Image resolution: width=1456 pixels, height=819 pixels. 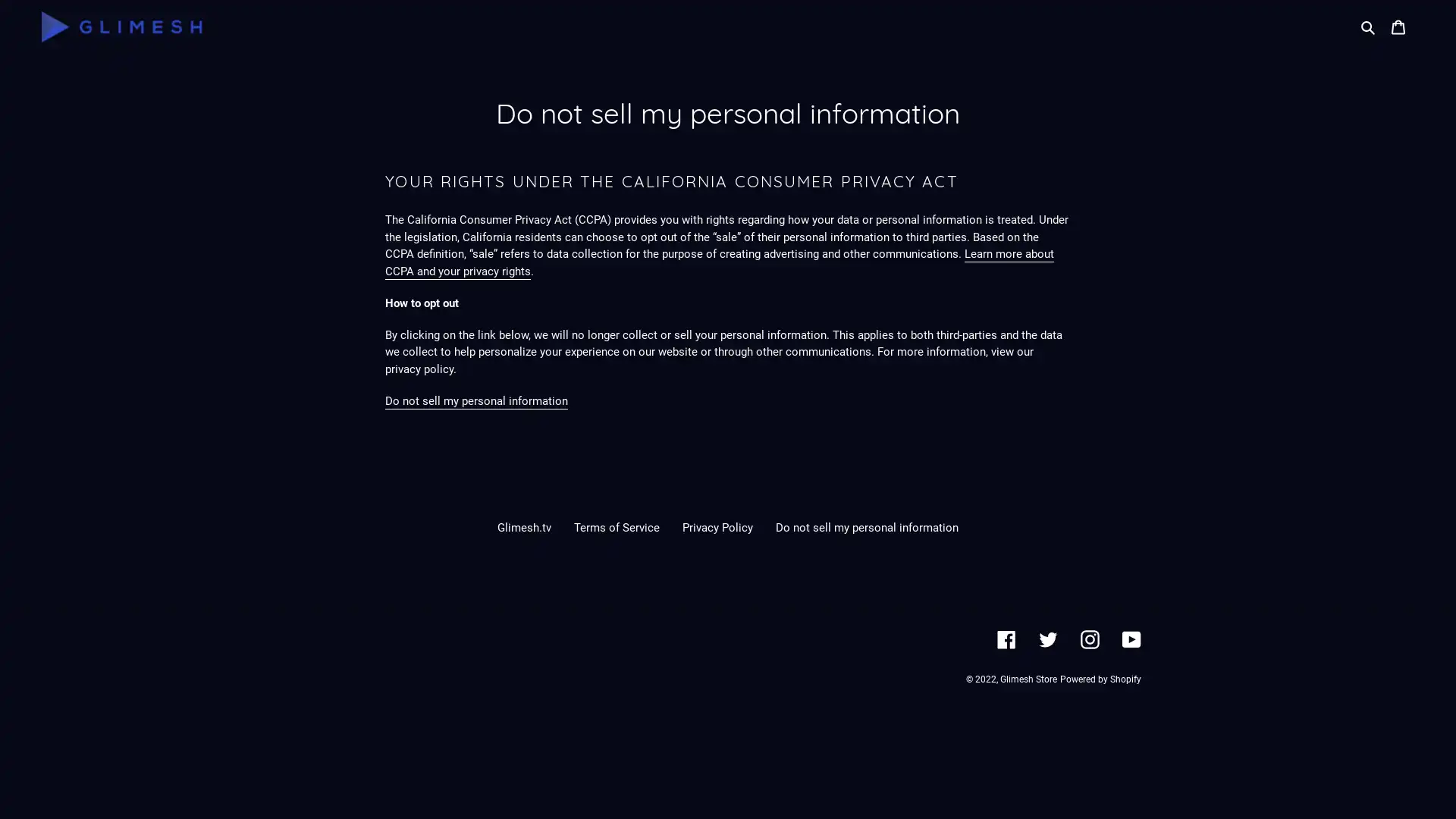 What do you see at coordinates (1369, 26) in the screenshot?
I see `Search` at bounding box center [1369, 26].